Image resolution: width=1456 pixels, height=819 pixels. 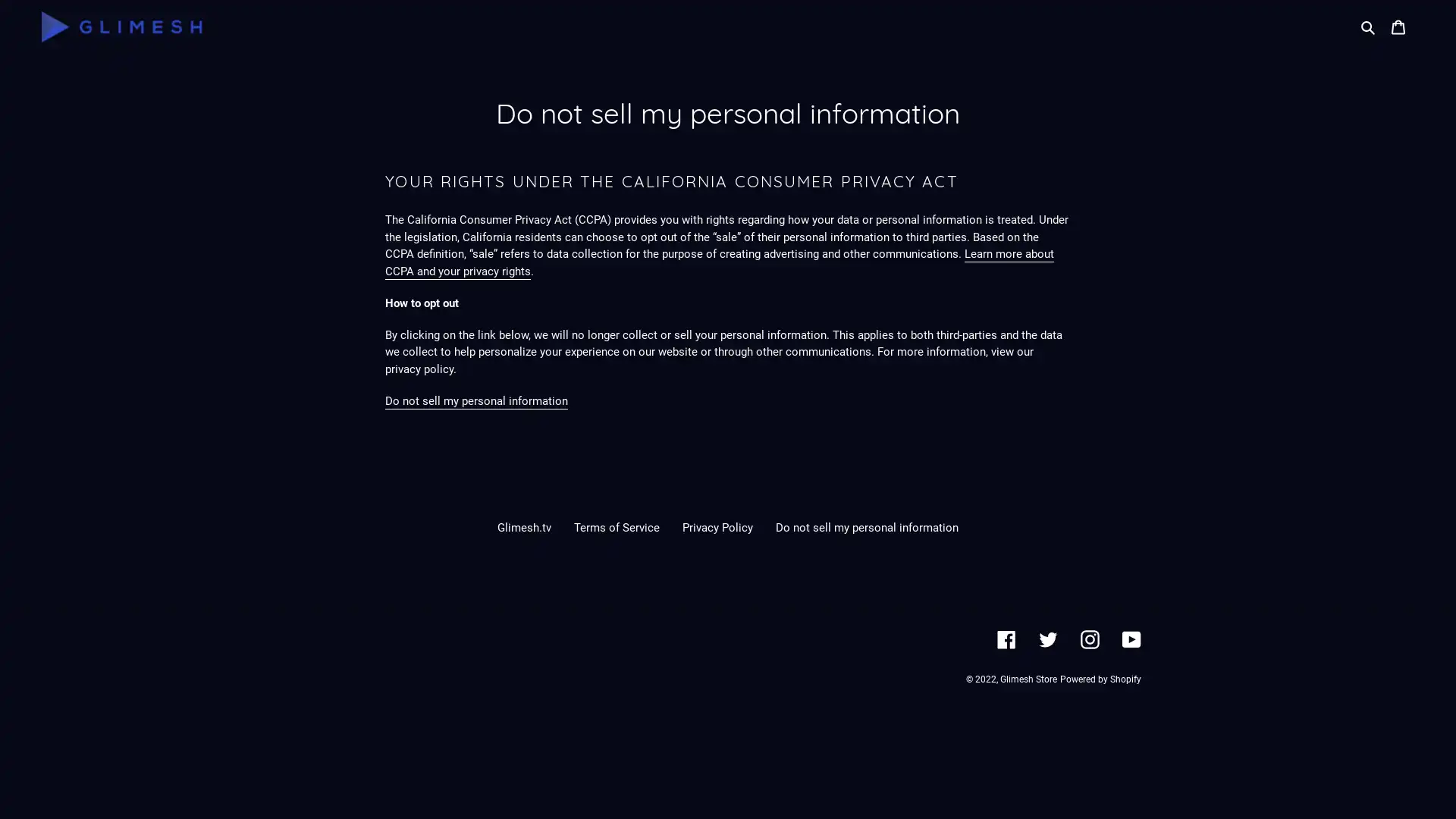 What do you see at coordinates (1369, 26) in the screenshot?
I see `Search` at bounding box center [1369, 26].